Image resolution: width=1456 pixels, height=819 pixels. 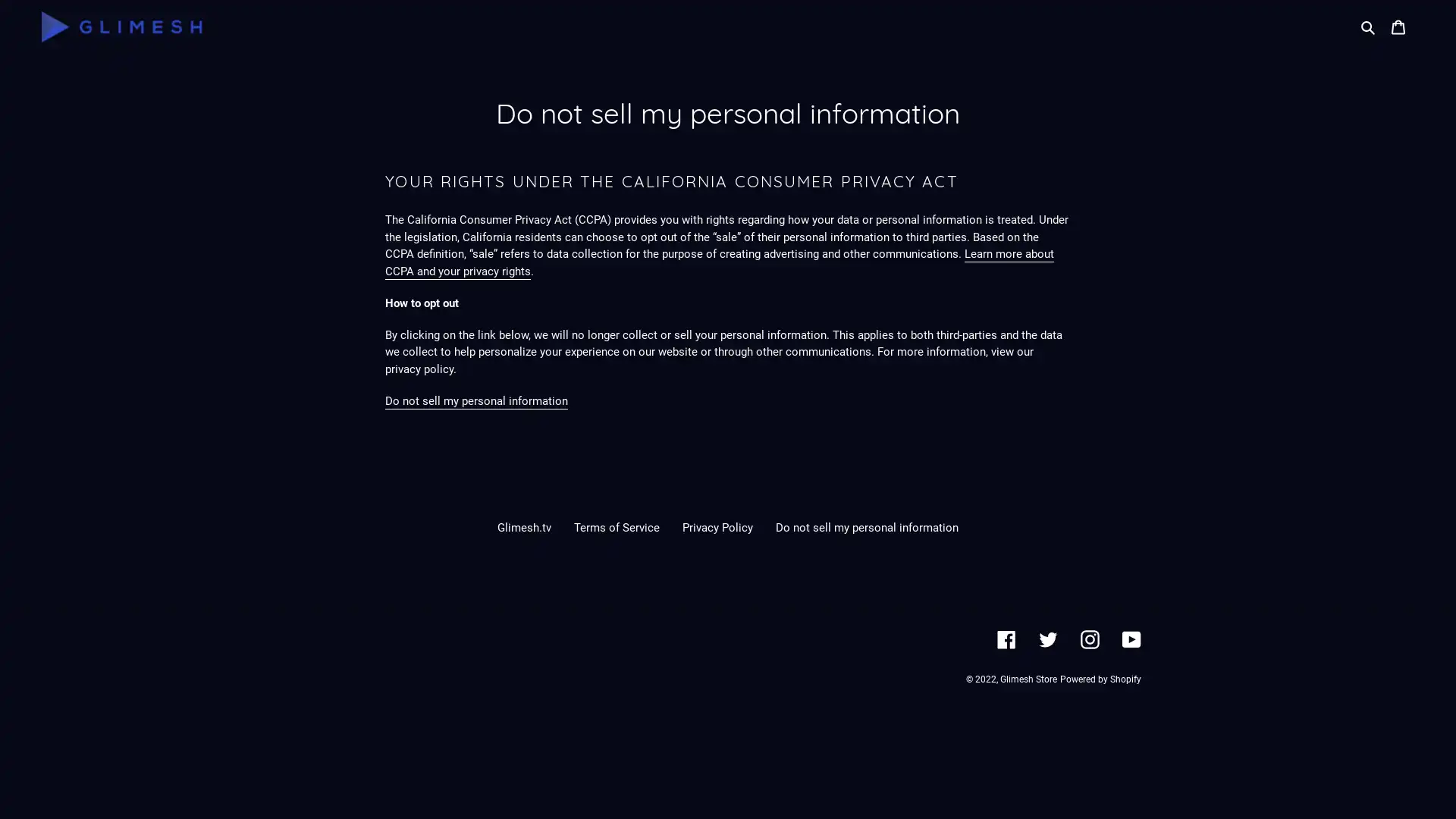 What do you see at coordinates (1369, 26) in the screenshot?
I see `Search` at bounding box center [1369, 26].